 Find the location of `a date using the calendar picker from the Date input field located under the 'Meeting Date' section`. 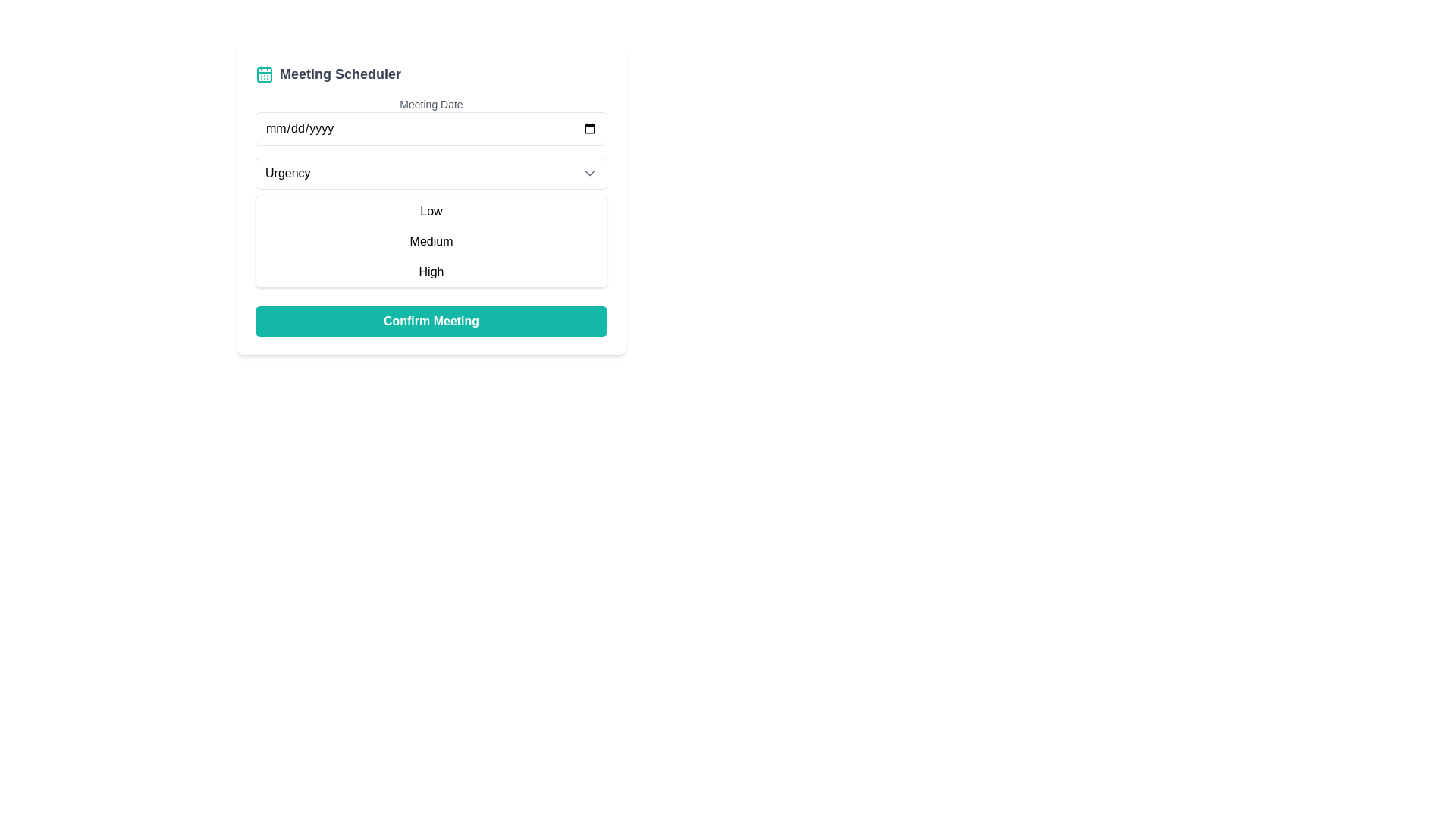

a date using the calendar picker from the Date input field located under the 'Meeting Date' section is located at coordinates (431, 127).